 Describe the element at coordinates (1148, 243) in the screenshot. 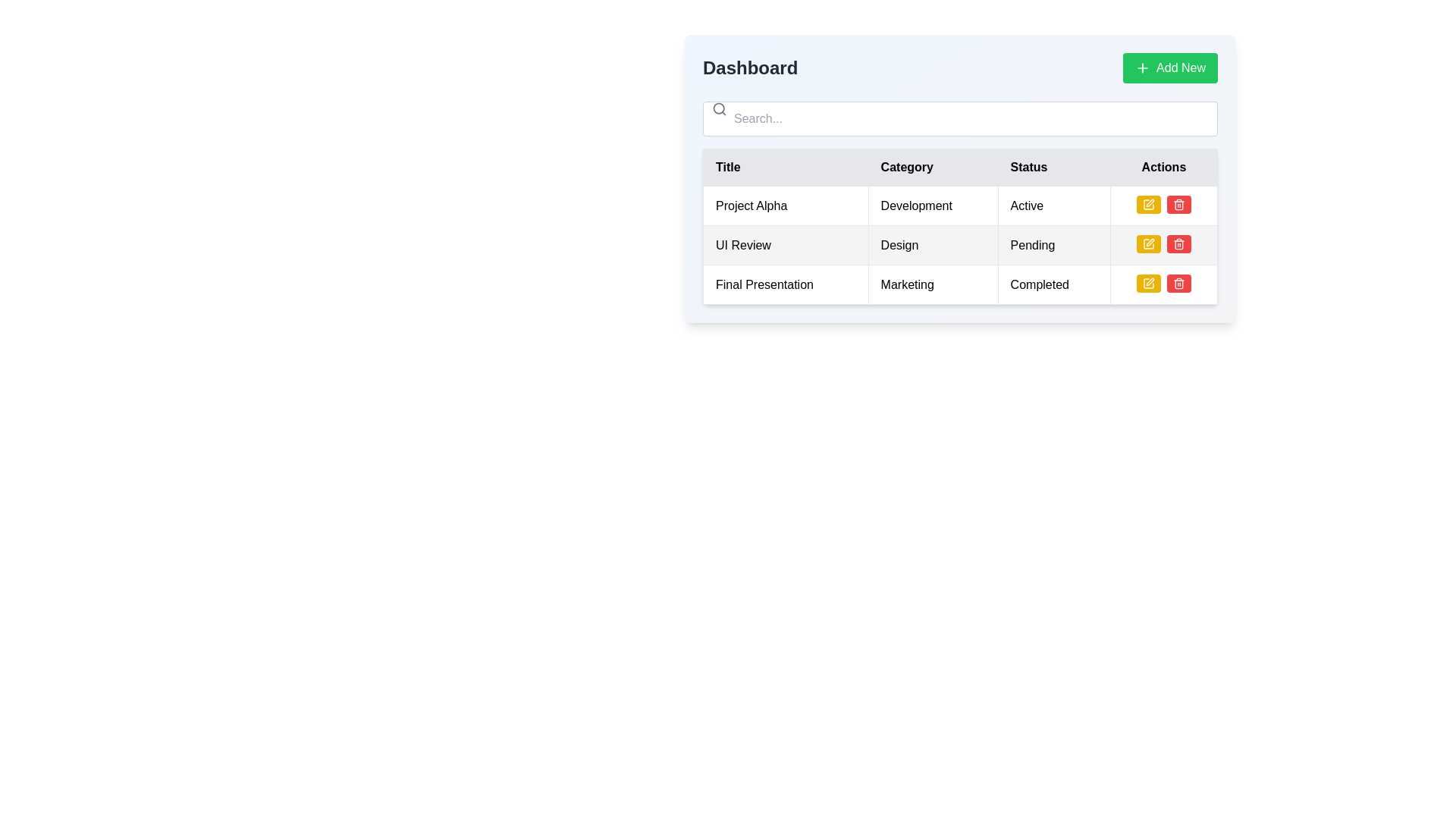

I see `the pen icon in the 'Actions' column of the third row in the table` at that location.